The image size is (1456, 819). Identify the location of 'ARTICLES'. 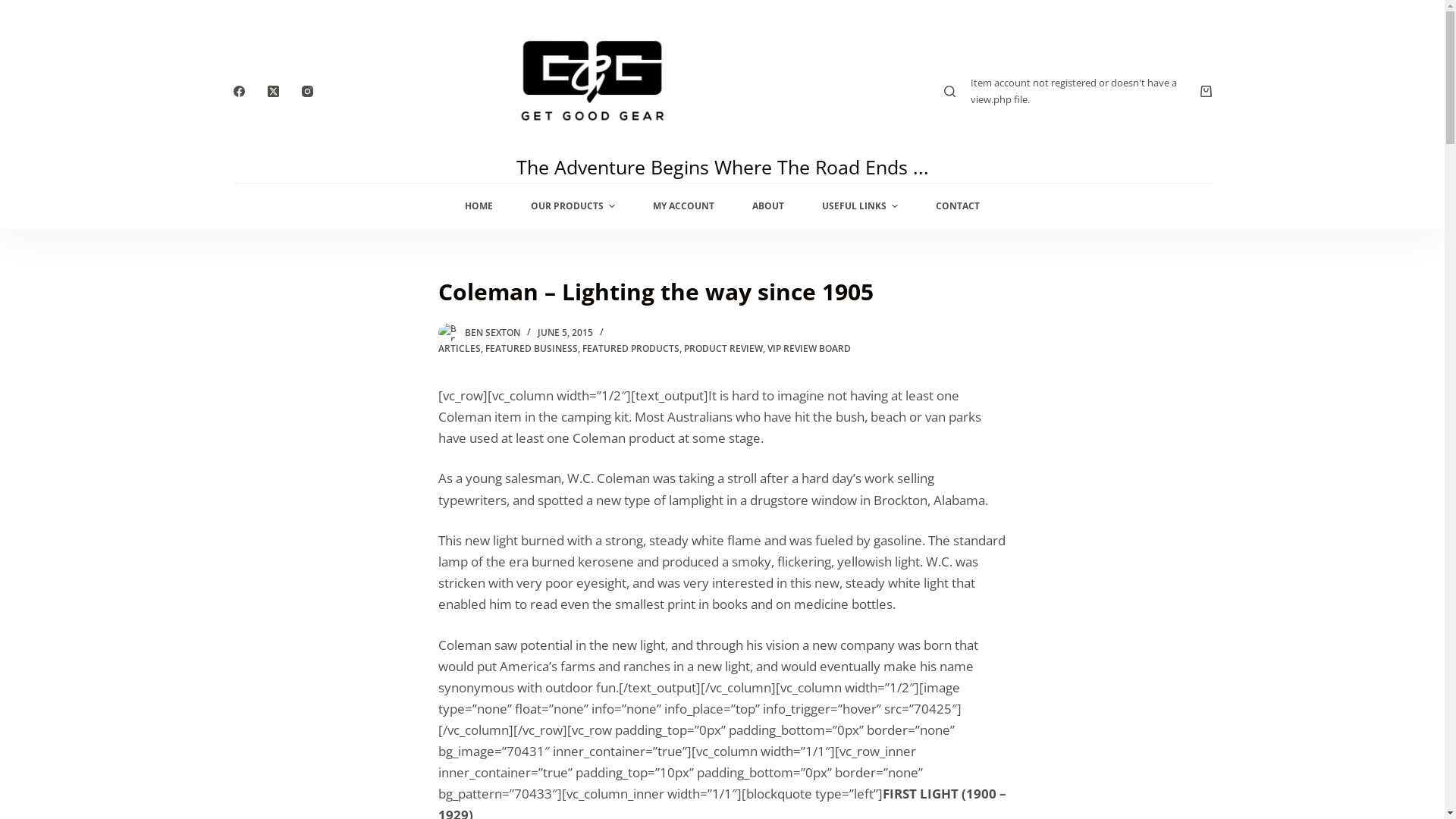
(458, 348).